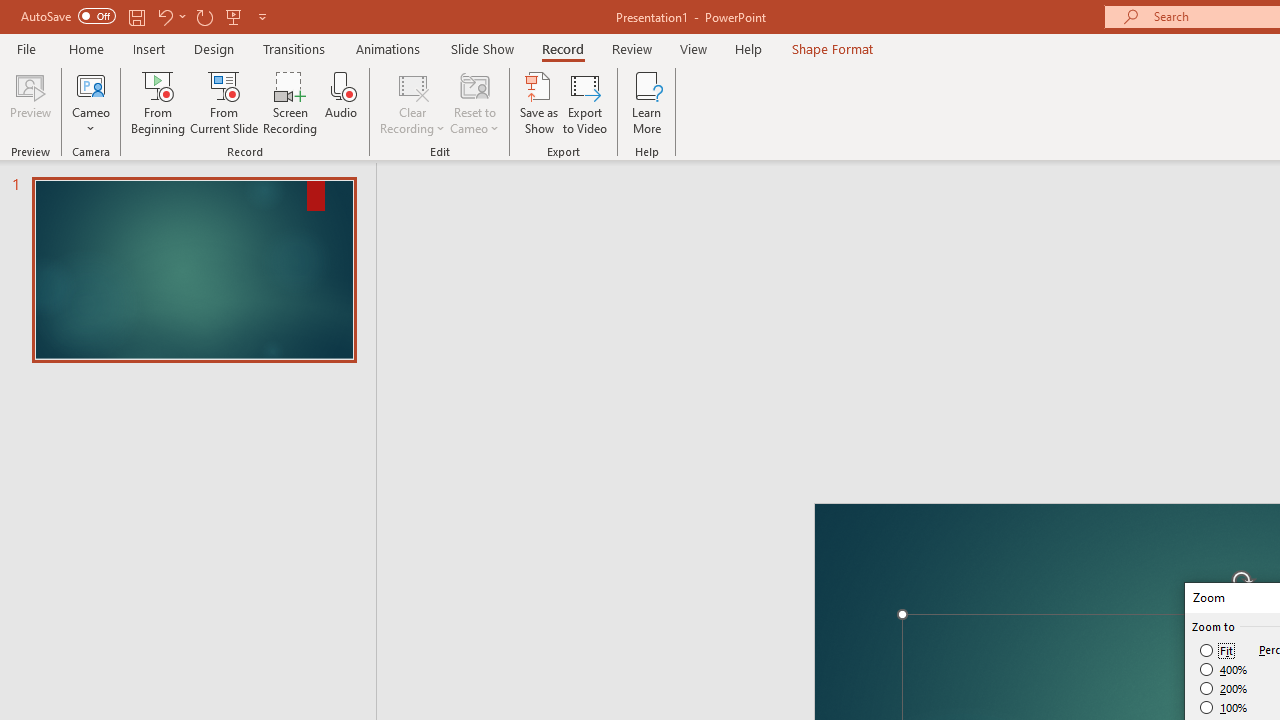 Image resolution: width=1280 pixels, height=720 pixels. What do you see at coordinates (289, 103) in the screenshot?
I see `'Screen Recording'` at bounding box center [289, 103].